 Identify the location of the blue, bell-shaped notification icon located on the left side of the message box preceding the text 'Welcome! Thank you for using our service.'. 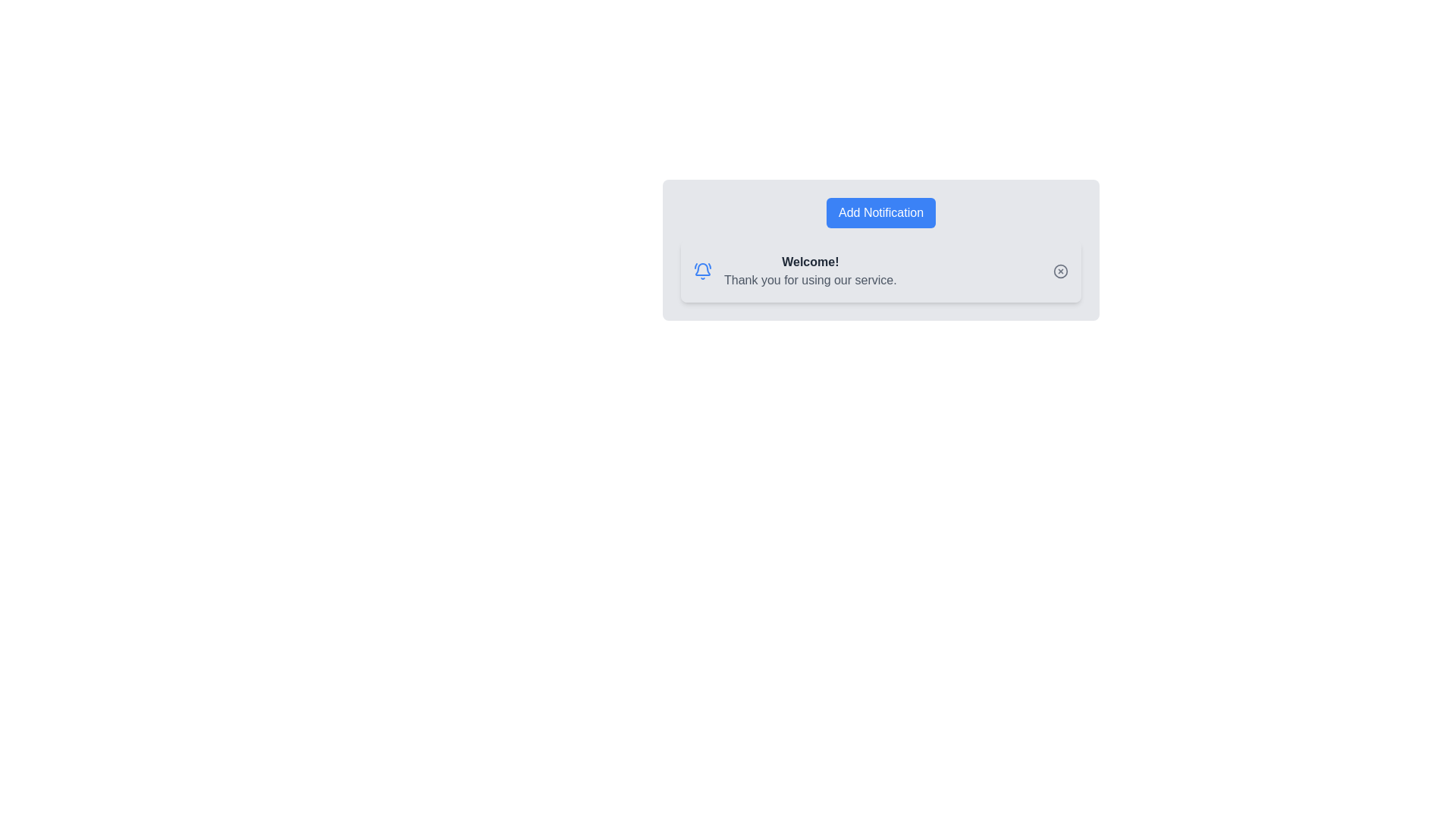
(701, 271).